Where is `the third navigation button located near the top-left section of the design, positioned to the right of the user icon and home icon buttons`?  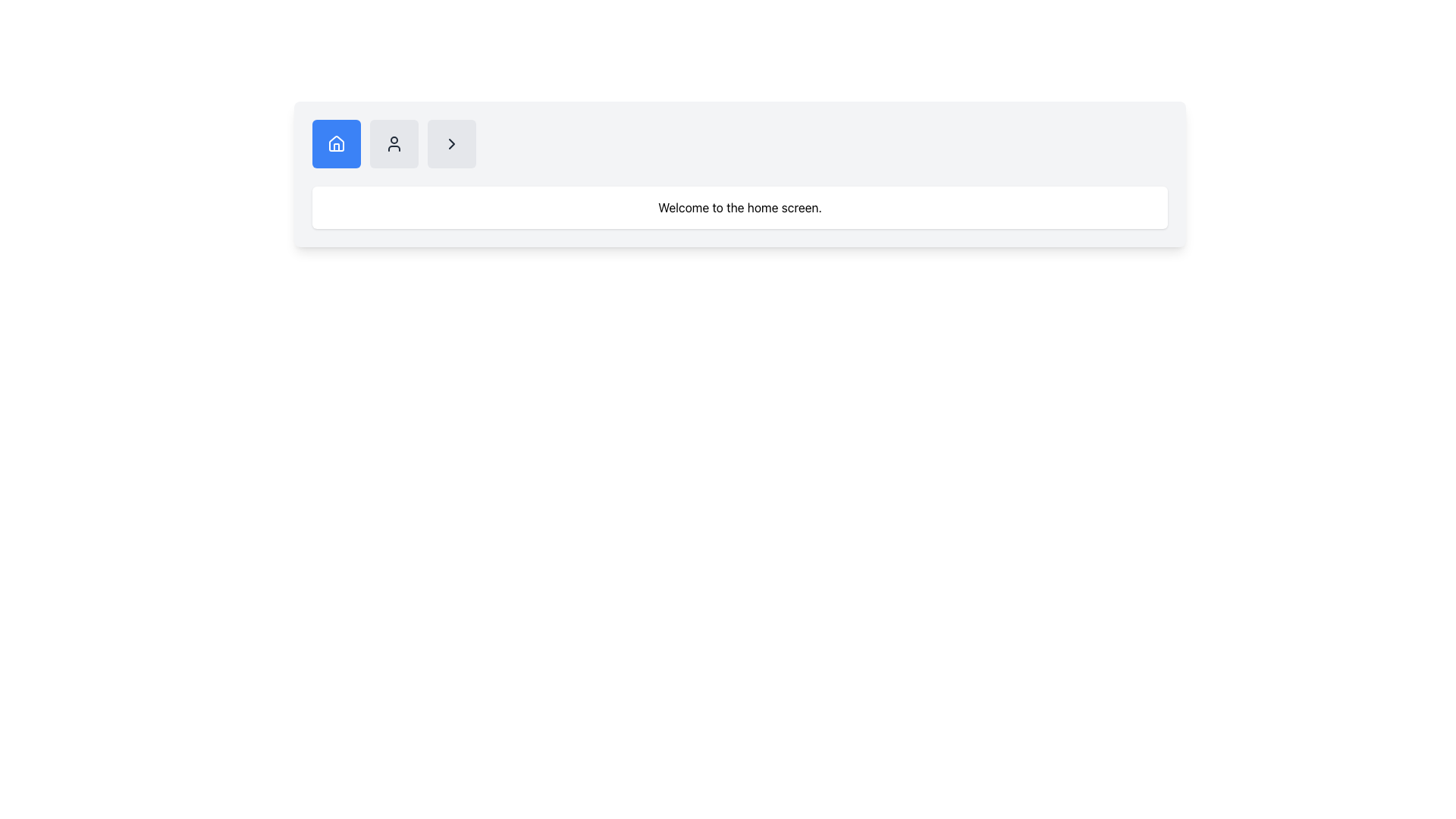
the third navigation button located near the top-left section of the design, positioned to the right of the user icon and home icon buttons is located at coordinates (450, 143).